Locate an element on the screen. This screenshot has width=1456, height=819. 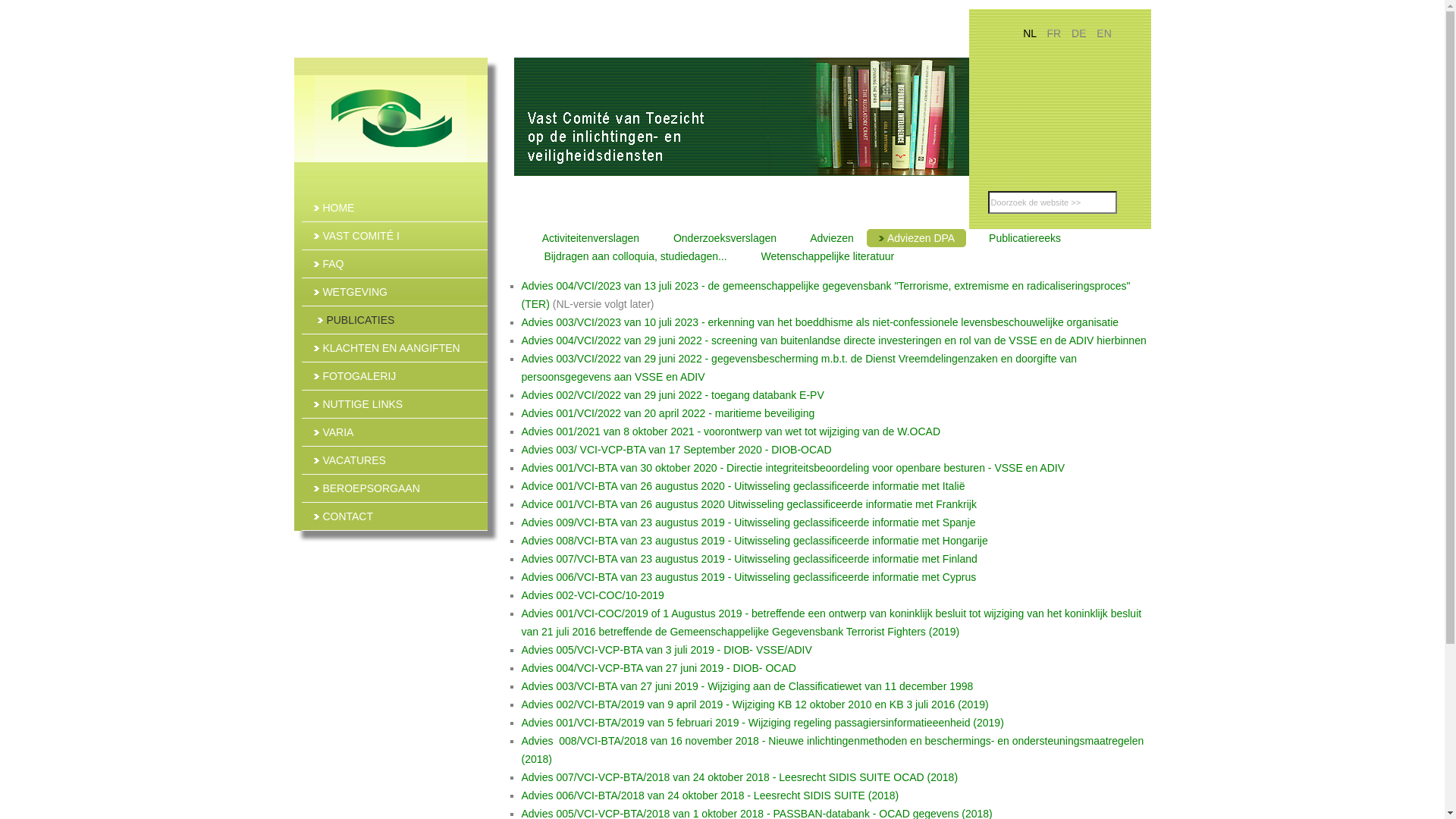
'PUBLICATIES' is located at coordinates (396, 318).